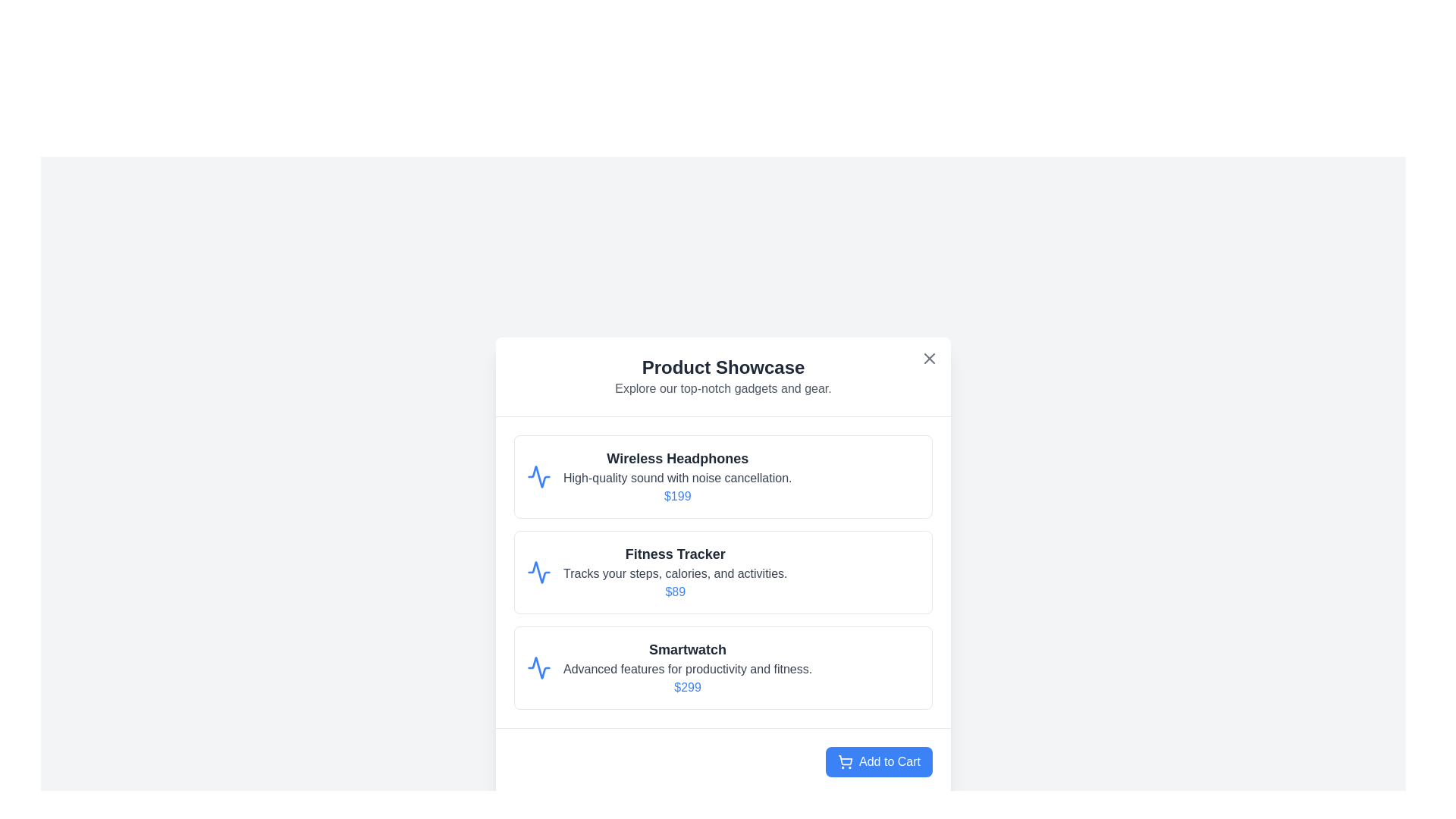 The width and height of the screenshot is (1456, 819). What do you see at coordinates (687, 669) in the screenshot?
I see `text label that provides a description of the features and benefits of the 'Smartwatch' product, located below the title 'Smartwatch' and above the price '$299'` at bounding box center [687, 669].